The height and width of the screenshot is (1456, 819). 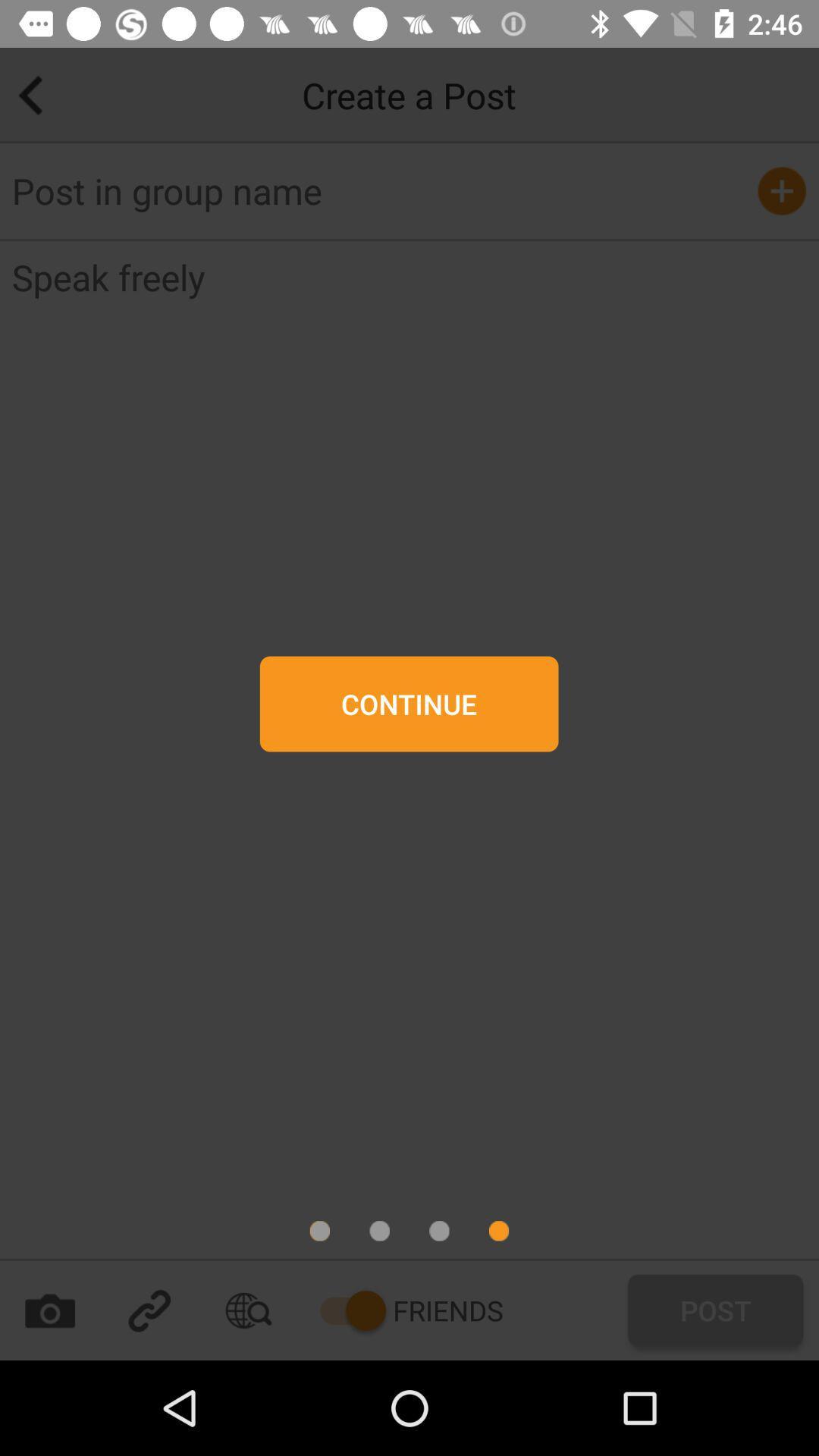 I want to click on continue button, so click(x=408, y=703).